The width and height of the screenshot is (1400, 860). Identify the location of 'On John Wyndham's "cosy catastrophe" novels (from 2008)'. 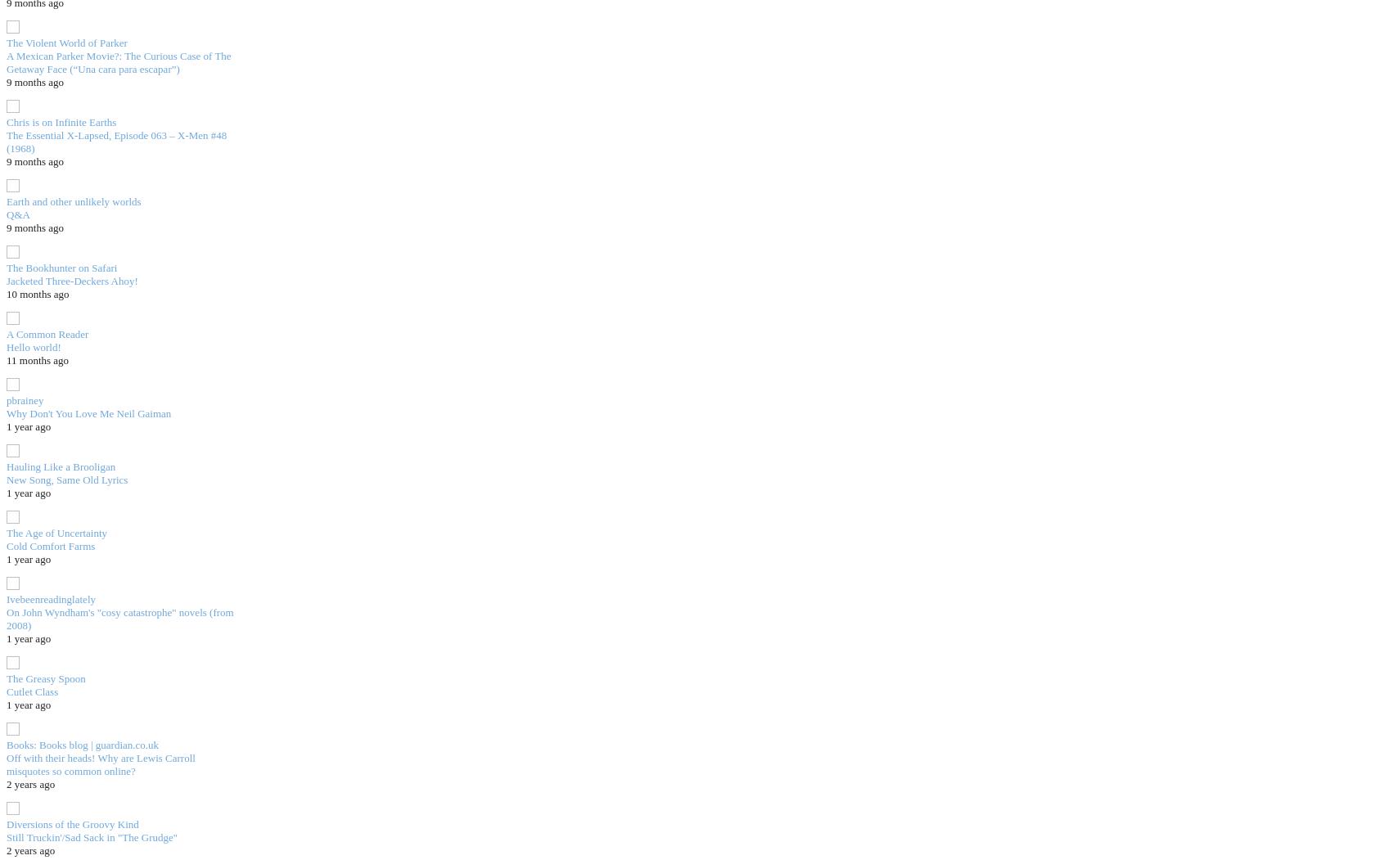
(119, 618).